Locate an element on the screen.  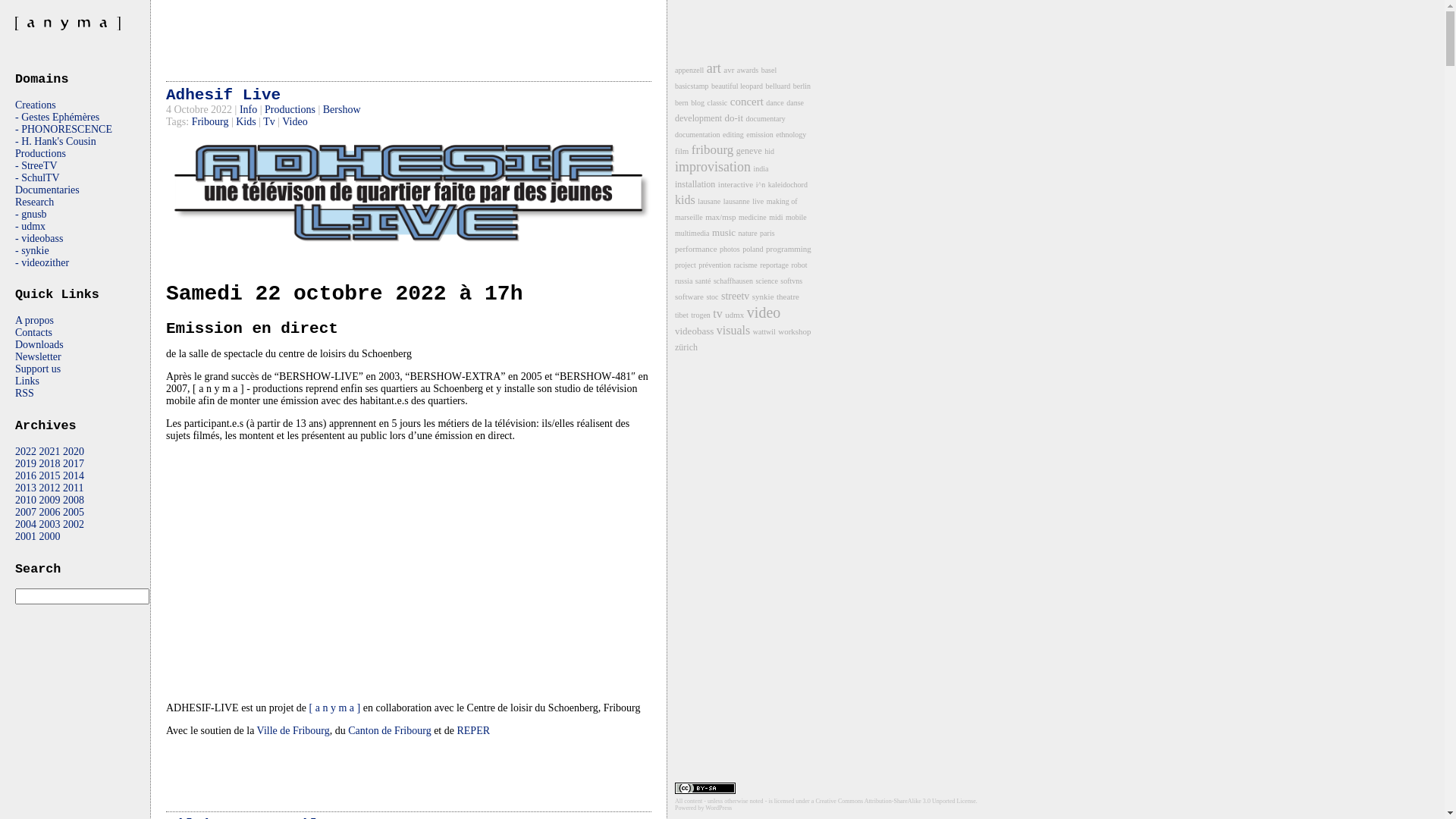
'WordPress' is located at coordinates (704, 807).